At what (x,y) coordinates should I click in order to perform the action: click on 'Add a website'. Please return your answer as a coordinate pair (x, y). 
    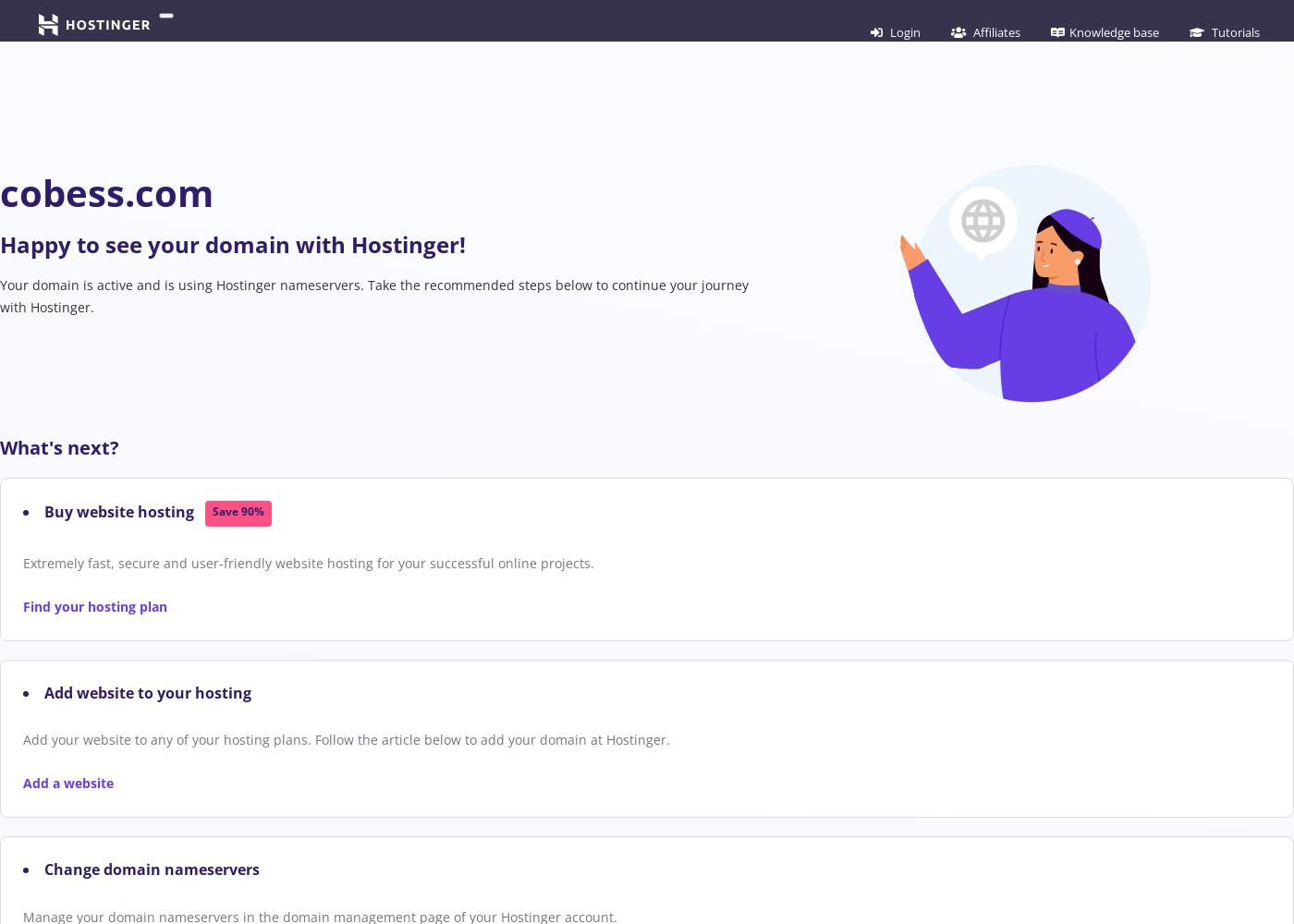
    Looking at the image, I should click on (68, 782).